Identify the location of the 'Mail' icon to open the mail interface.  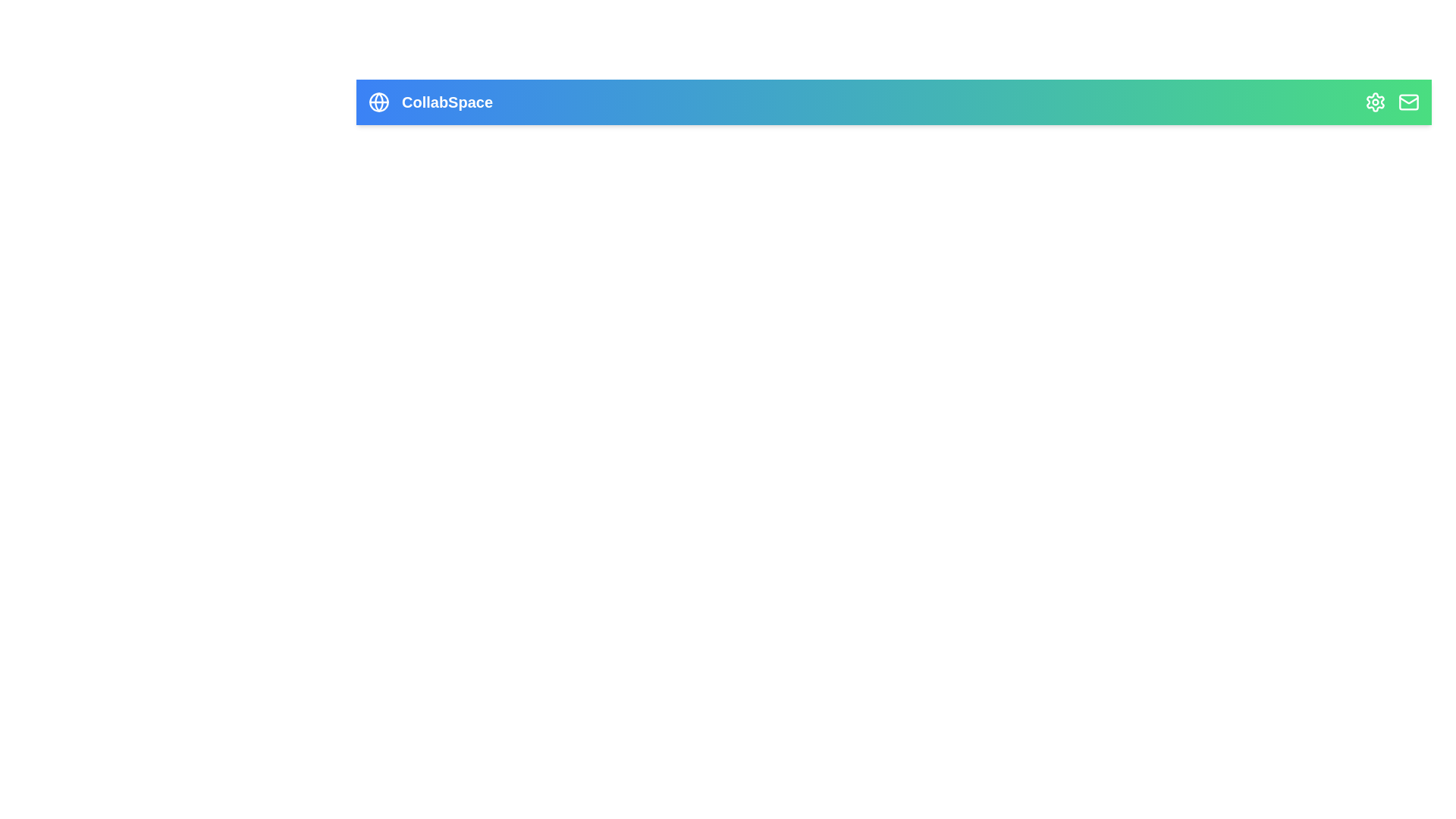
(1407, 102).